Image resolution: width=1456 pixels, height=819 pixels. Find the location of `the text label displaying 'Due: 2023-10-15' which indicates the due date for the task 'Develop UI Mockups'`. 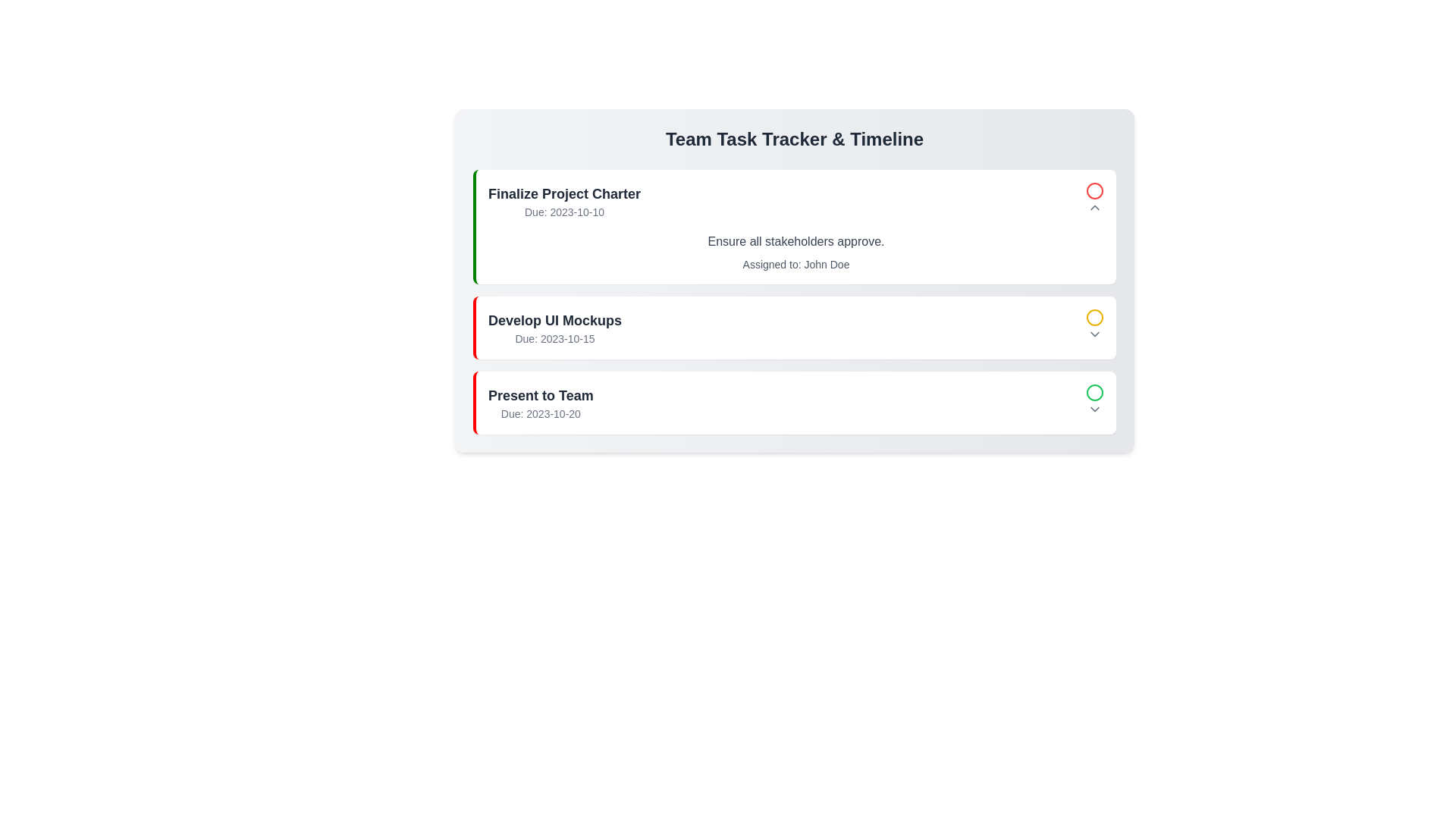

the text label displaying 'Due: 2023-10-15' which indicates the due date for the task 'Develop UI Mockups' is located at coordinates (554, 337).